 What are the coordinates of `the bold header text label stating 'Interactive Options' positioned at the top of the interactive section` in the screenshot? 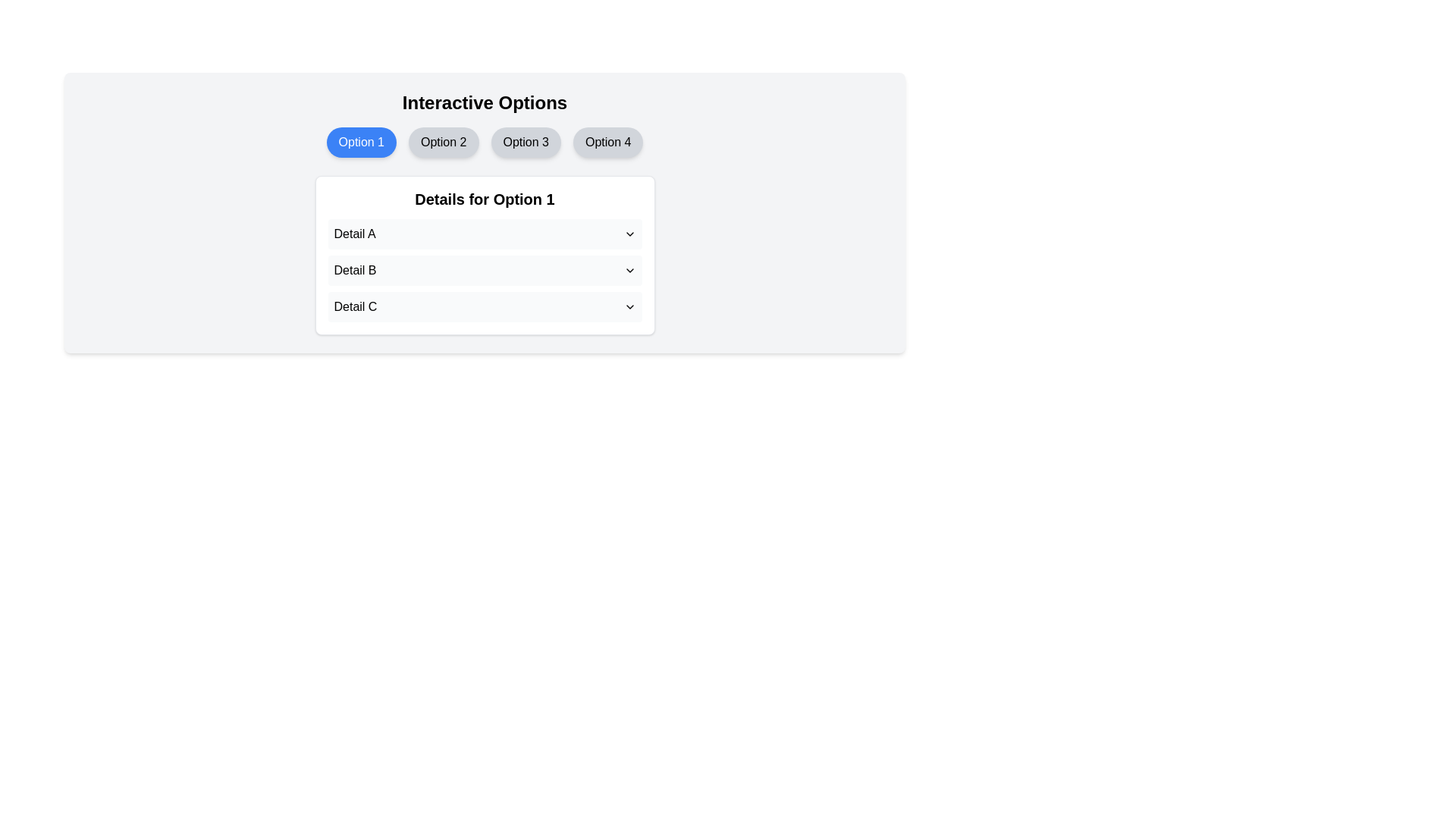 It's located at (484, 102).